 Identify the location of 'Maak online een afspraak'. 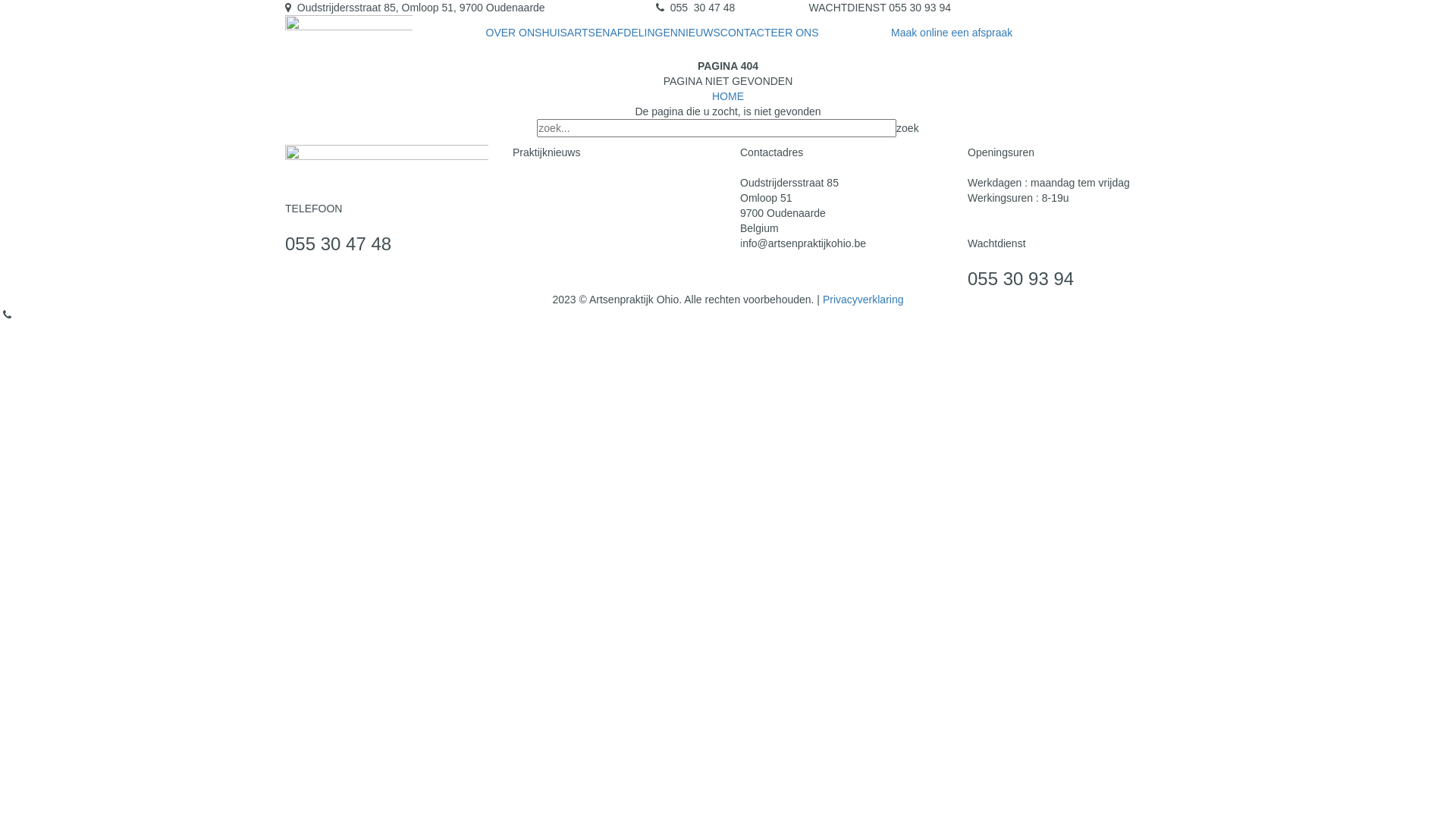
(950, 32).